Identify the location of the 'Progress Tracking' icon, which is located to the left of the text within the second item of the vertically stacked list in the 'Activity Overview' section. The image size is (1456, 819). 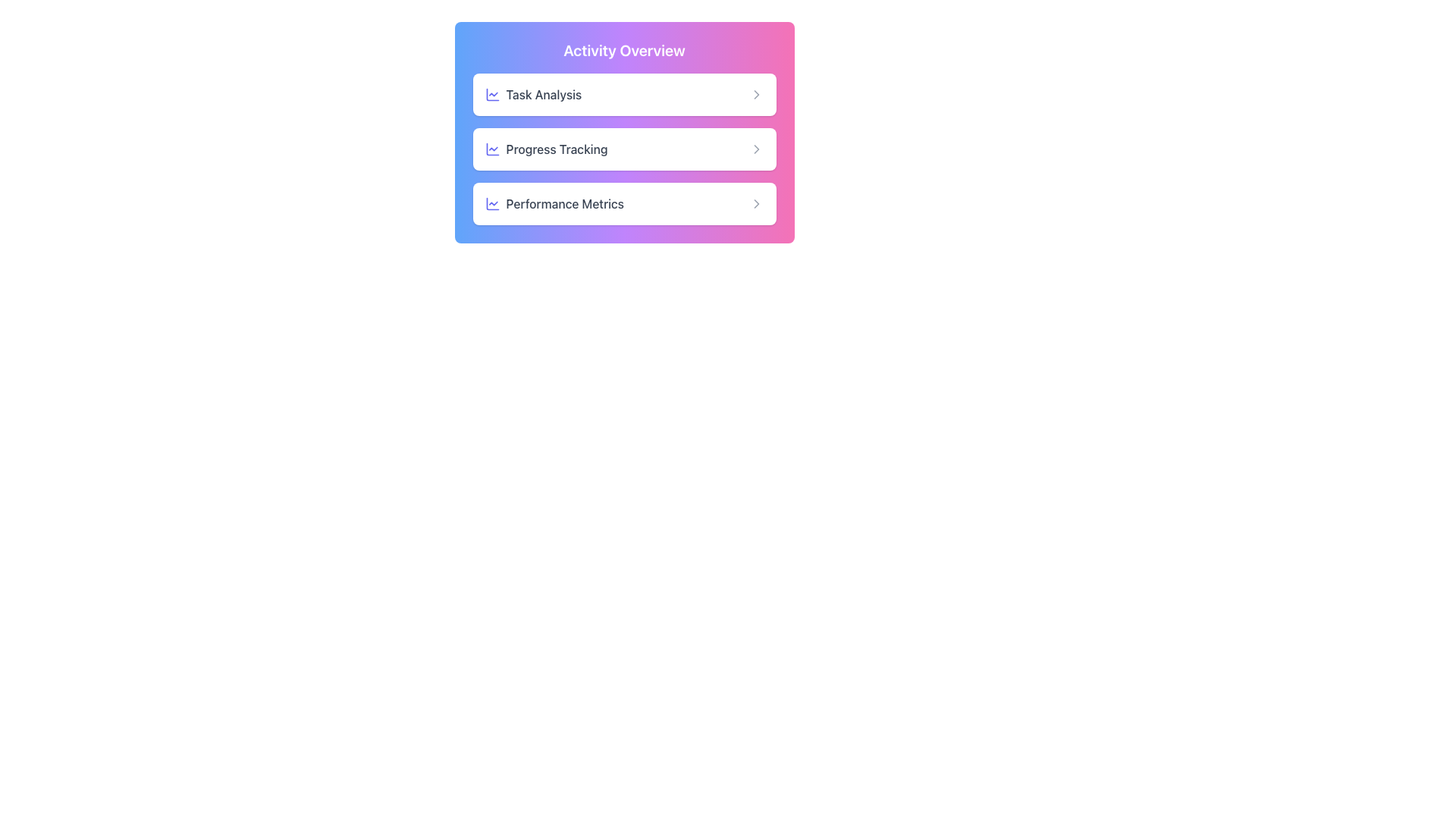
(492, 149).